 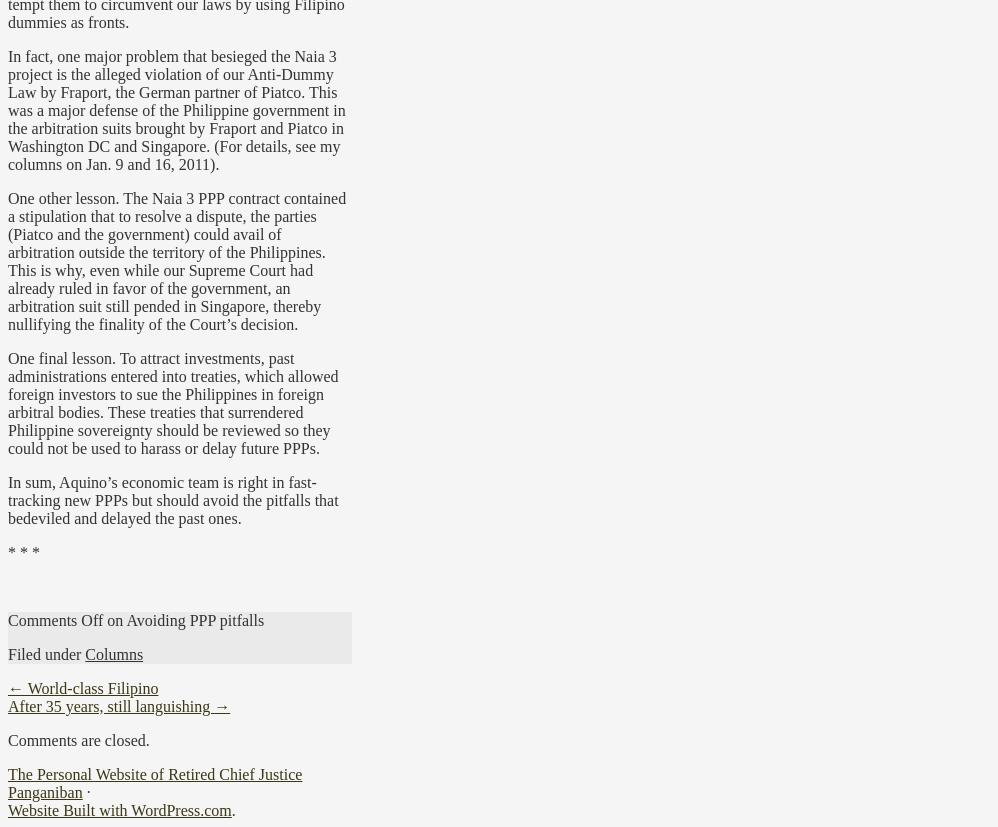 What do you see at coordinates (23, 550) in the screenshot?
I see `'* * *'` at bounding box center [23, 550].